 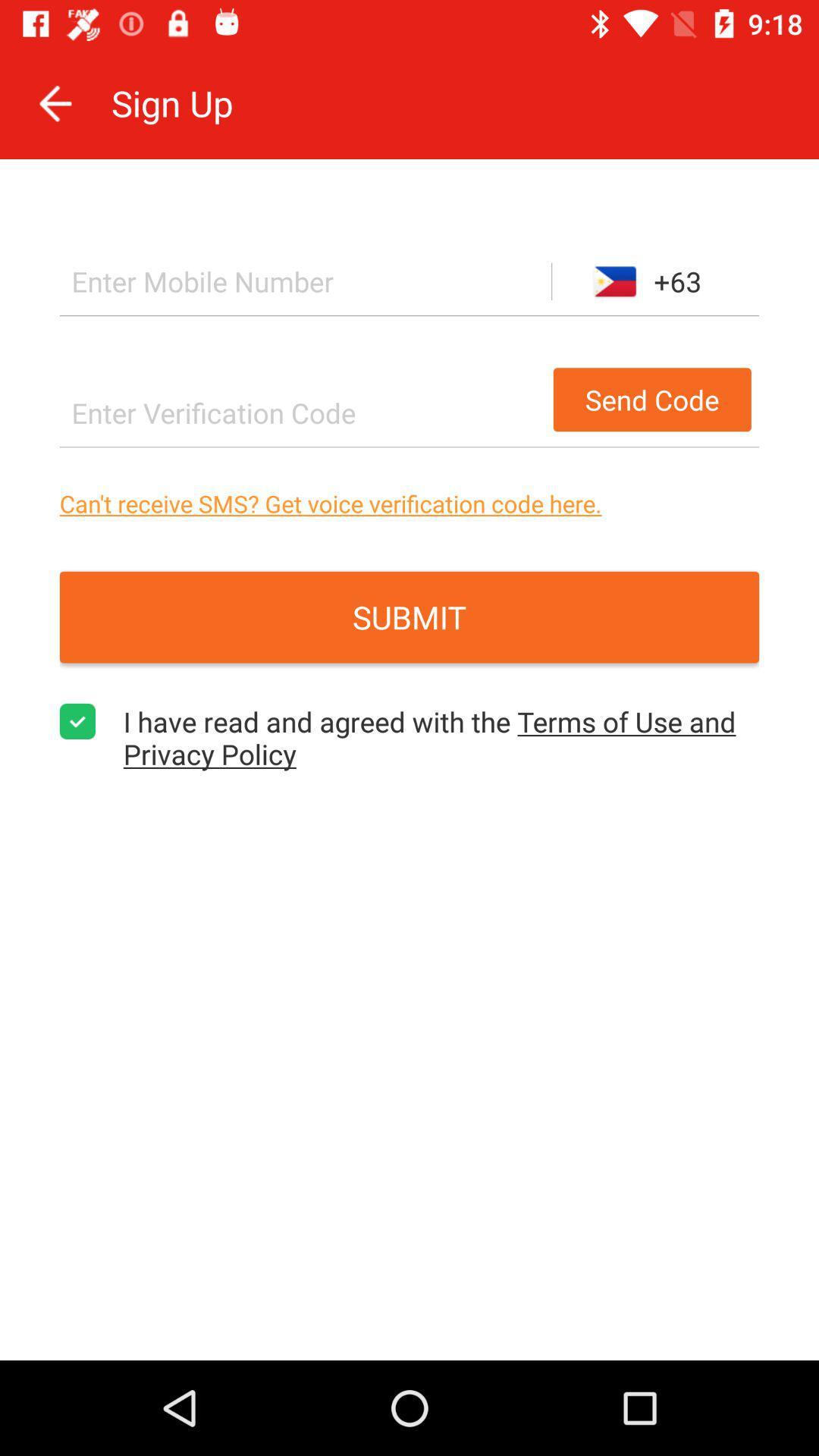 What do you see at coordinates (409, 504) in the screenshot?
I see `icon above submit item` at bounding box center [409, 504].